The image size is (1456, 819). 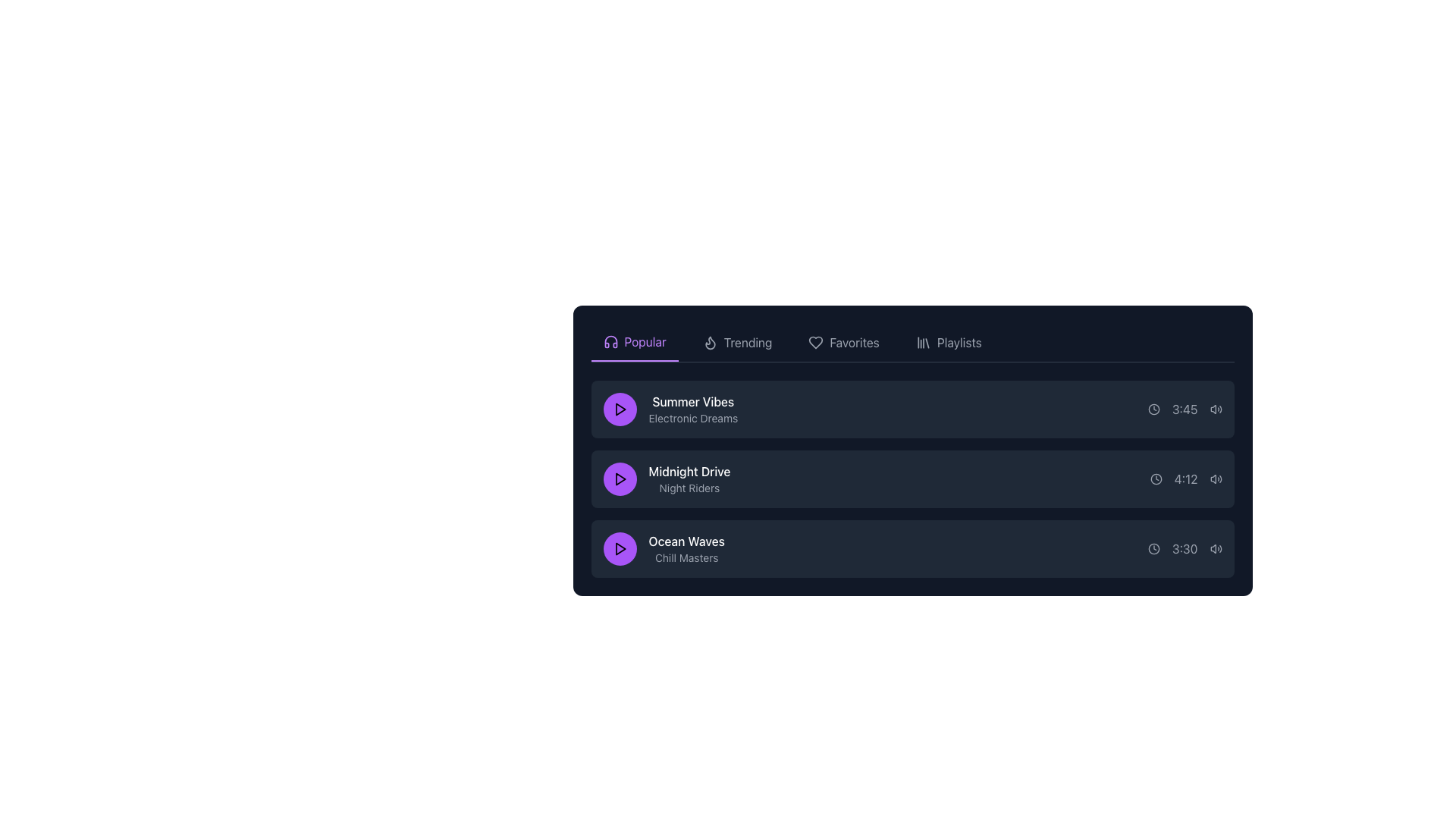 I want to click on the 'Trending' icon located in the top navigation bar between the 'Trending' tab and the 'Popular' tab for context, so click(x=709, y=343).